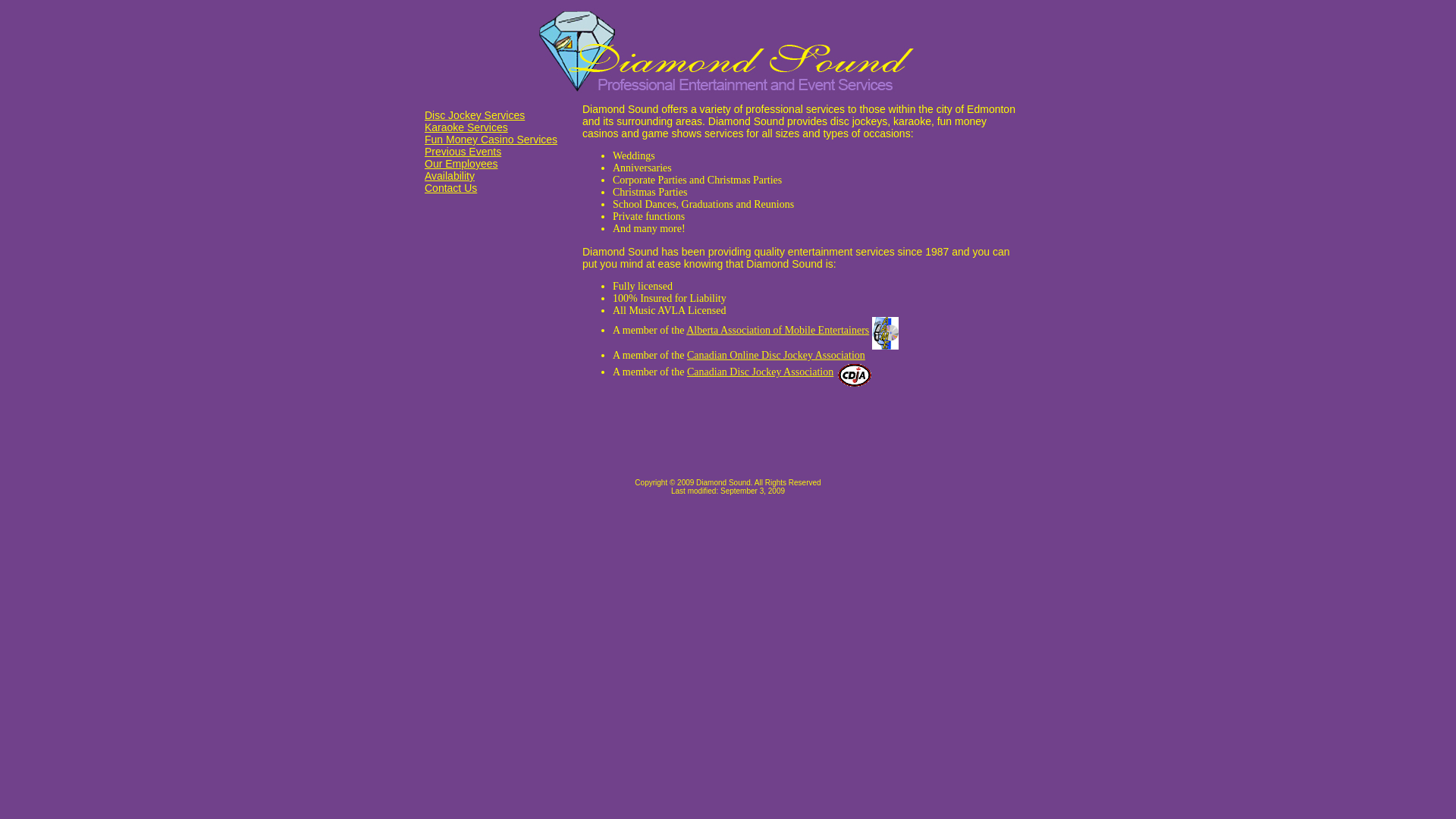 Image resolution: width=1456 pixels, height=819 pixels. I want to click on 'Fun Money Casino Services', so click(491, 140).